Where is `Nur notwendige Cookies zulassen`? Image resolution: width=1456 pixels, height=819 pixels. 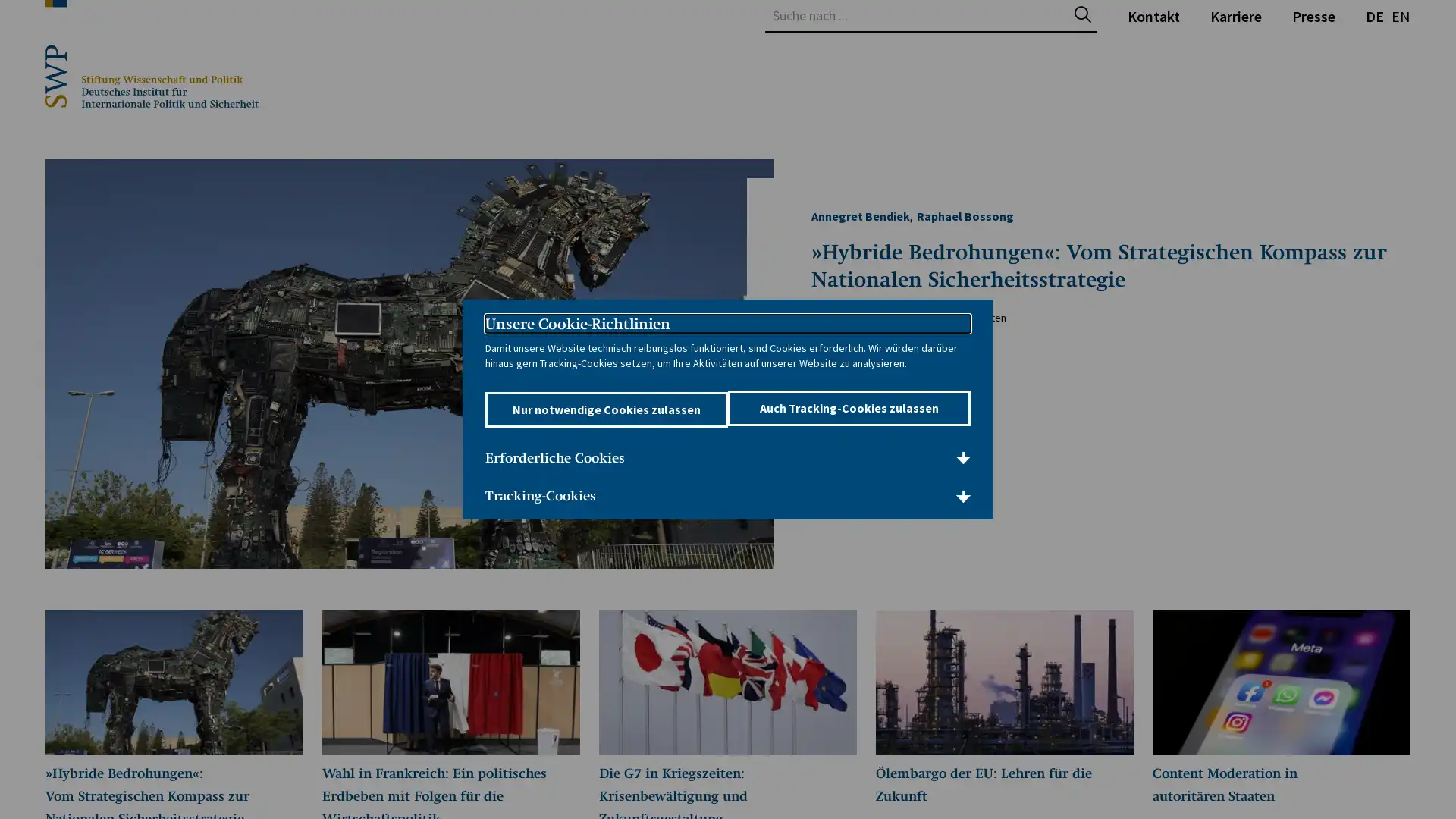
Nur notwendige Cookies zulassen is located at coordinates (603, 407).